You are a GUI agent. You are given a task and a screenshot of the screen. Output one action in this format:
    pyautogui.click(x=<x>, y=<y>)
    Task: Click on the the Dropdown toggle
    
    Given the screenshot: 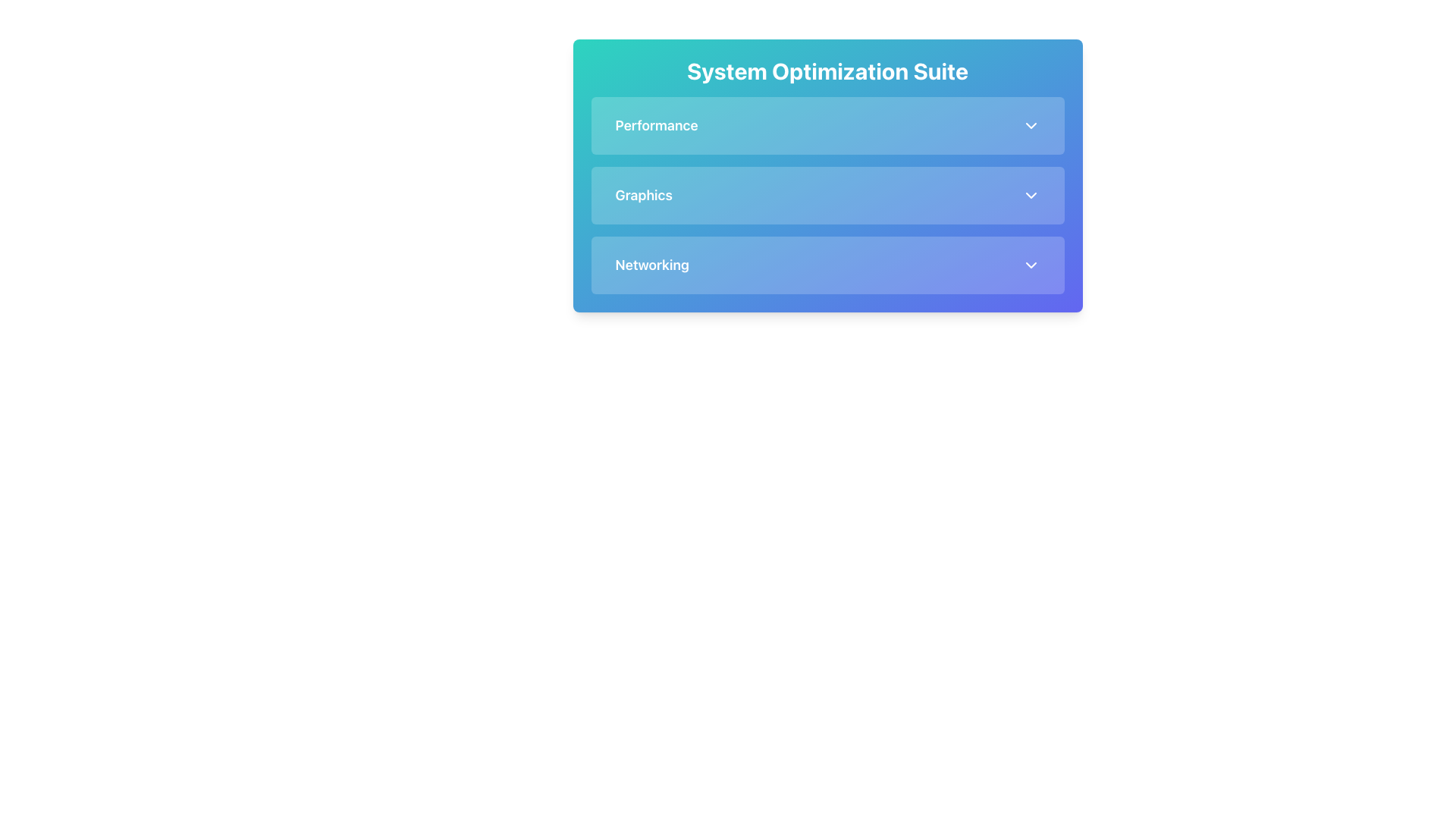 What is the action you would take?
    pyautogui.click(x=827, y=195)
    